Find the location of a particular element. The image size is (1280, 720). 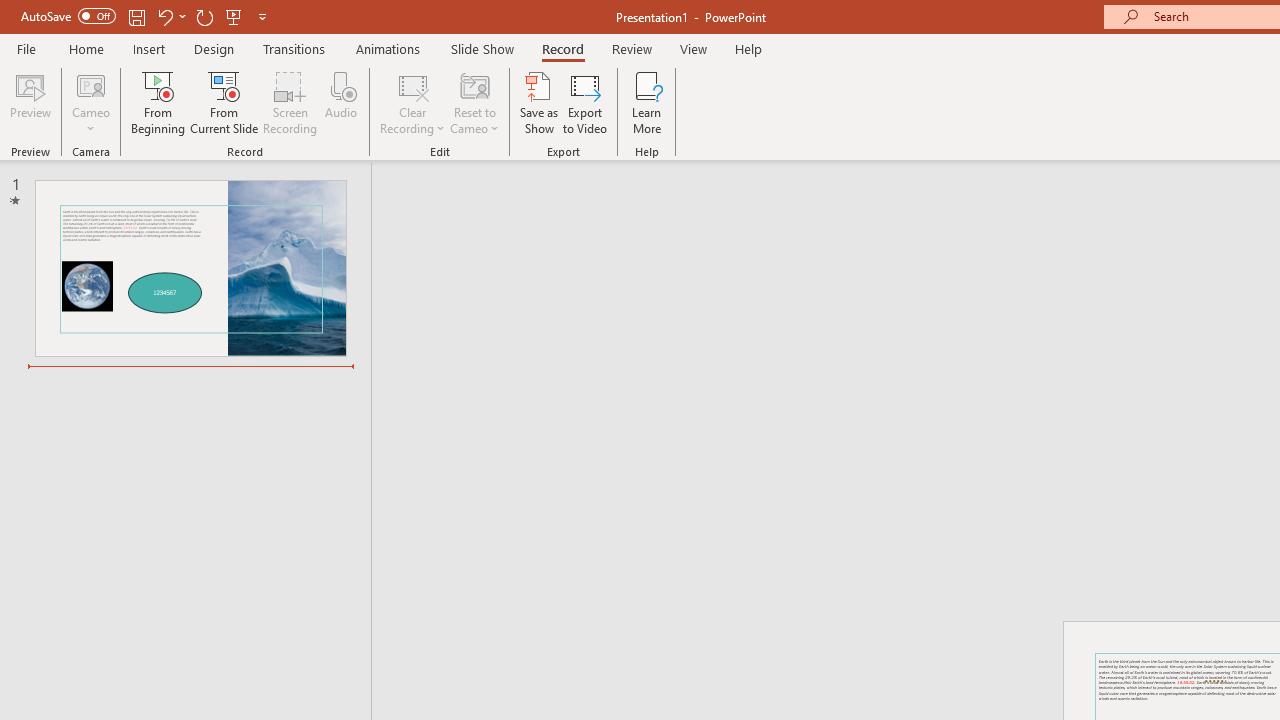

'Customize Quick Access Toolbar' is located at coordinates (262, 16).